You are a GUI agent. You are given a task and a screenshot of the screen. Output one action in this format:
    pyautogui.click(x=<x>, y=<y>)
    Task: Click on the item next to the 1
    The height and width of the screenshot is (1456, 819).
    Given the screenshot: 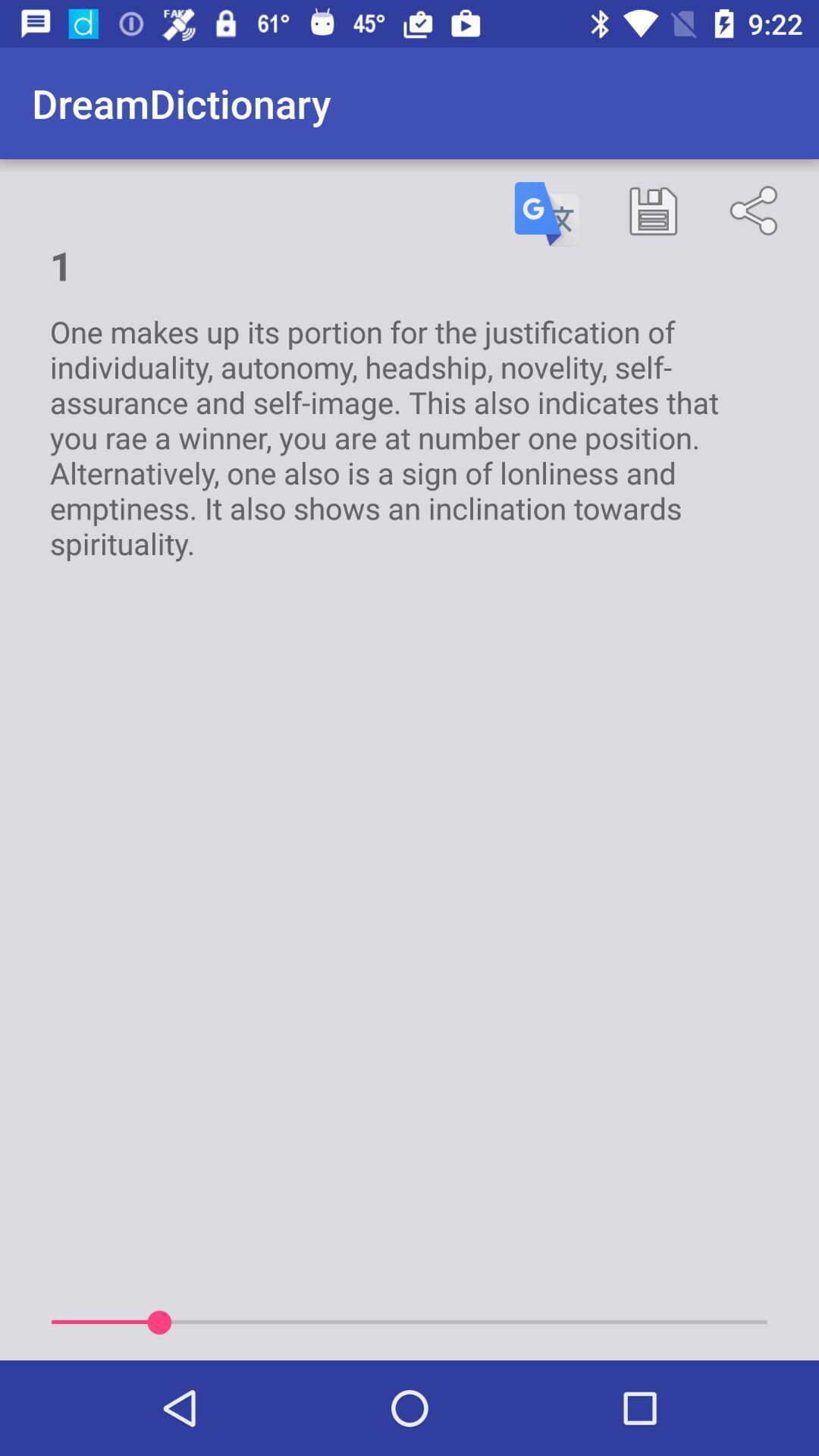 What is the action you would take?
    pyautogui.click(x=547, y=213)
    